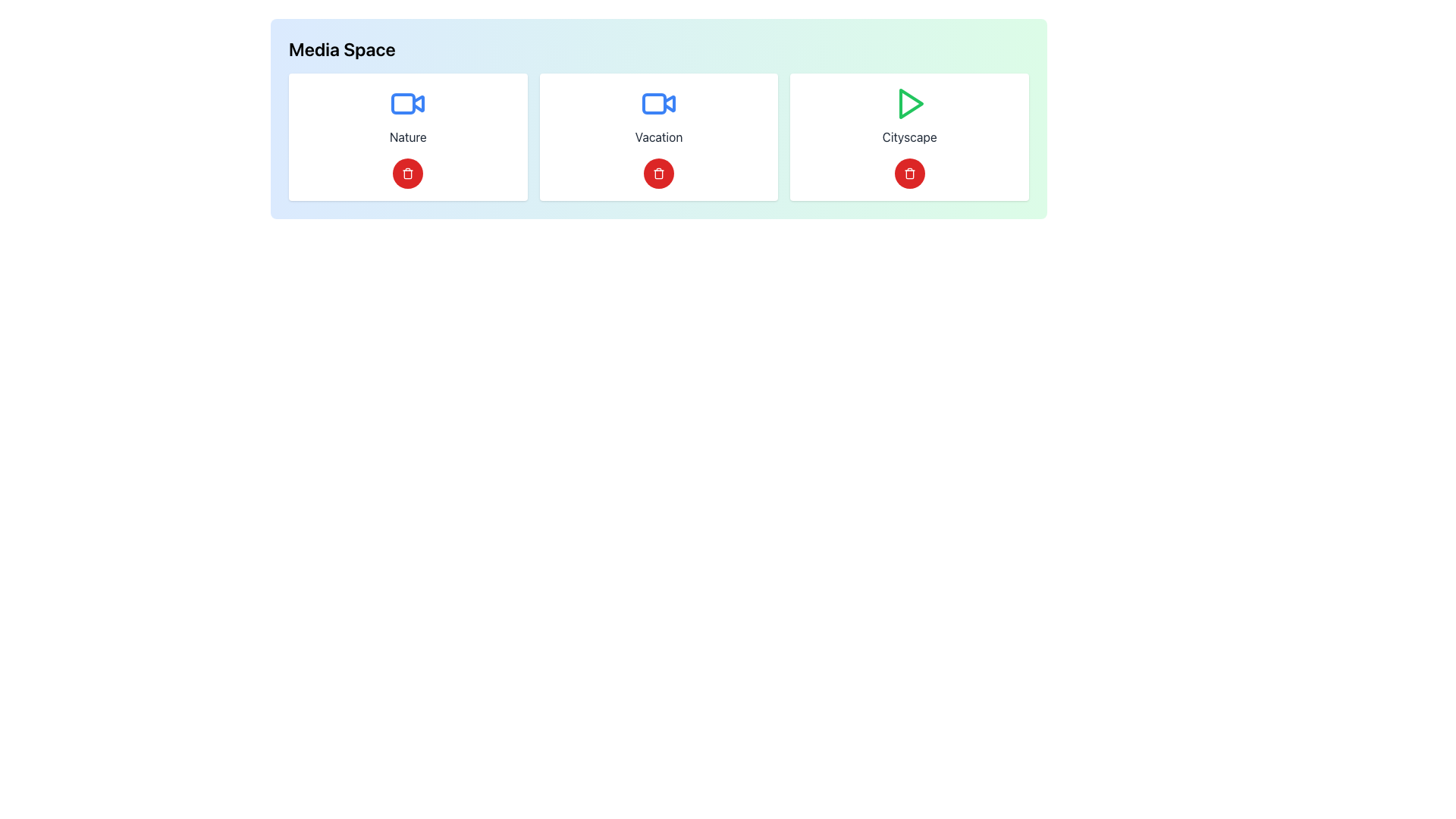 This screenshot has width=1456, height=819. I want to click on the green triangular-shaped icon resembling a play button located in the rightmost white-bordered box labeled 'Cityscape', so click(910, 103).